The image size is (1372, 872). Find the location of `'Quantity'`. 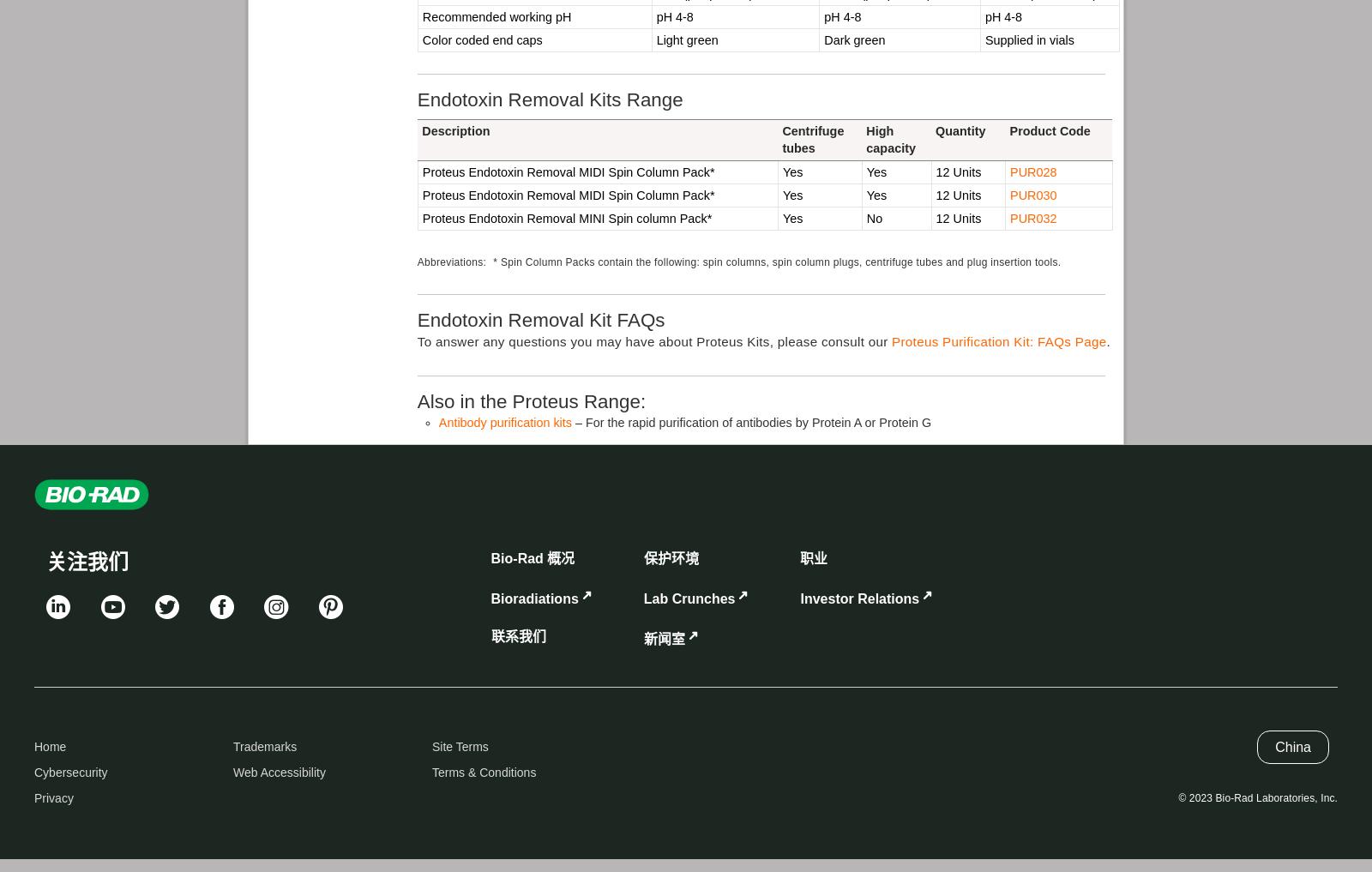

'Quantity' is located at coordinates (961, 129).